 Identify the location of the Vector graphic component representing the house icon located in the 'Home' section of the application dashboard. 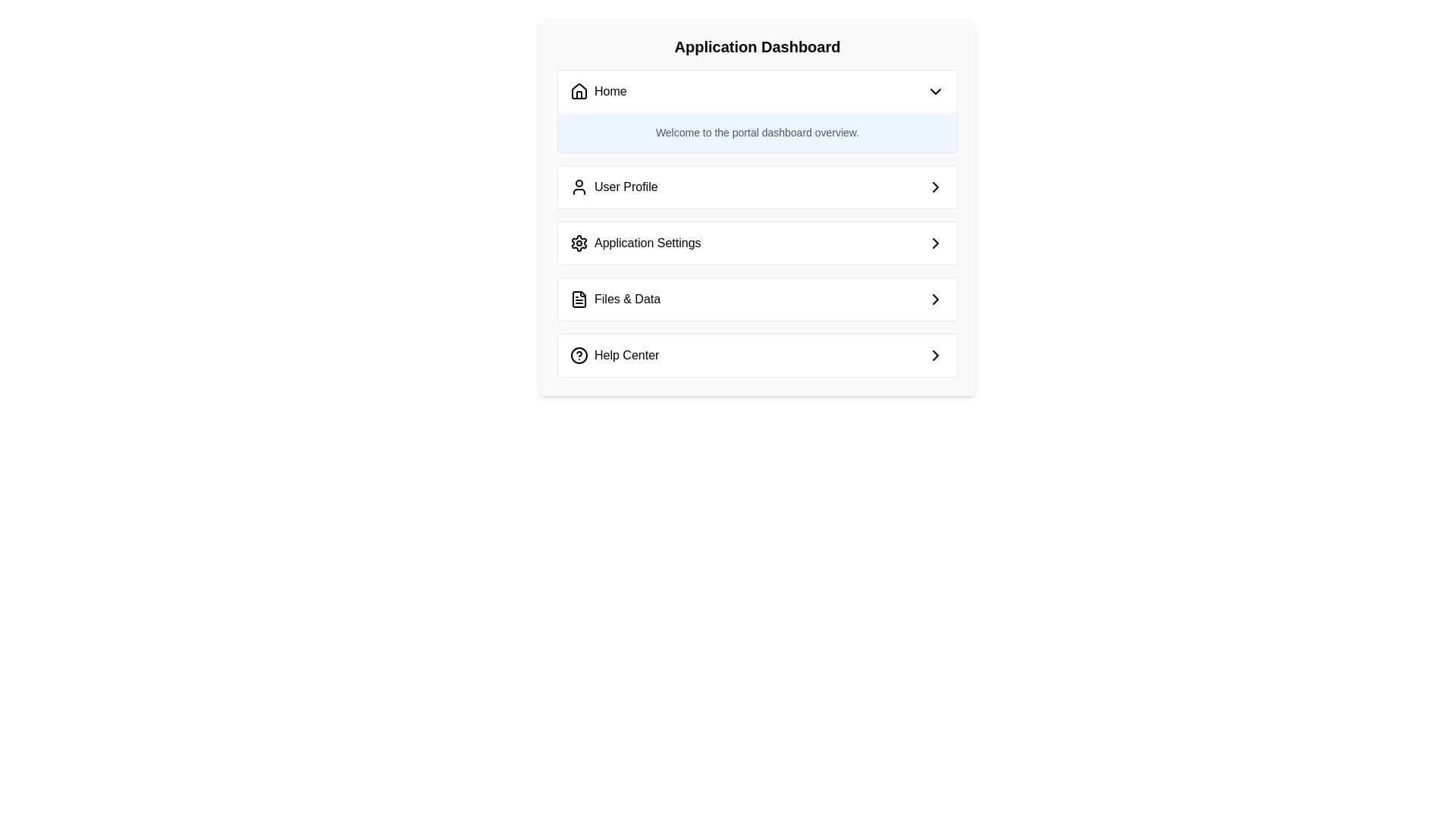
(578, 95).